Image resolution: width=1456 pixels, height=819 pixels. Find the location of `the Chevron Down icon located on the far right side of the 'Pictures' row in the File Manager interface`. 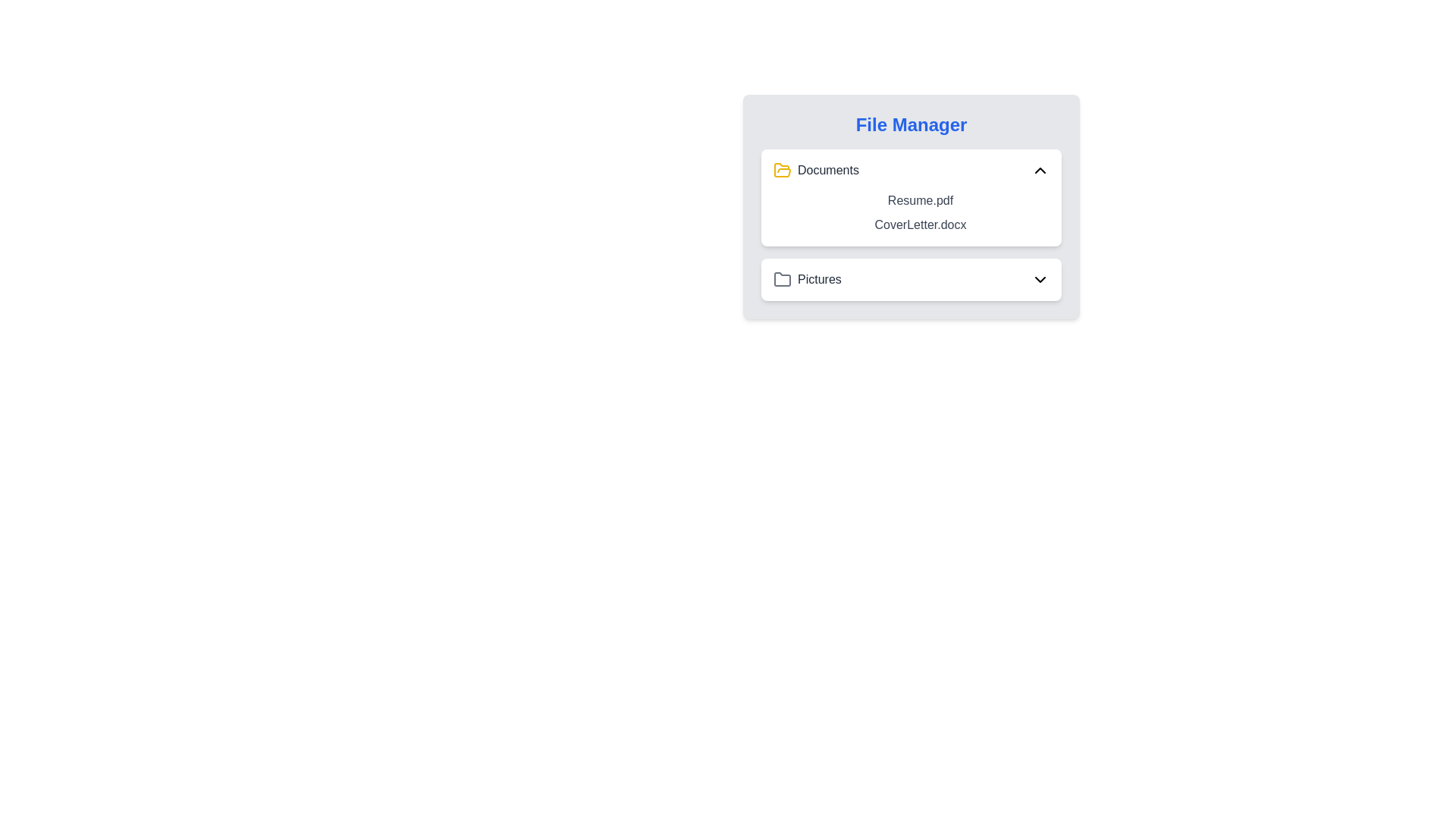

the Chevron Down icon located on the far right side of the 'Pictures' row in the File Manager interface is located at coordinates (1040, 280).